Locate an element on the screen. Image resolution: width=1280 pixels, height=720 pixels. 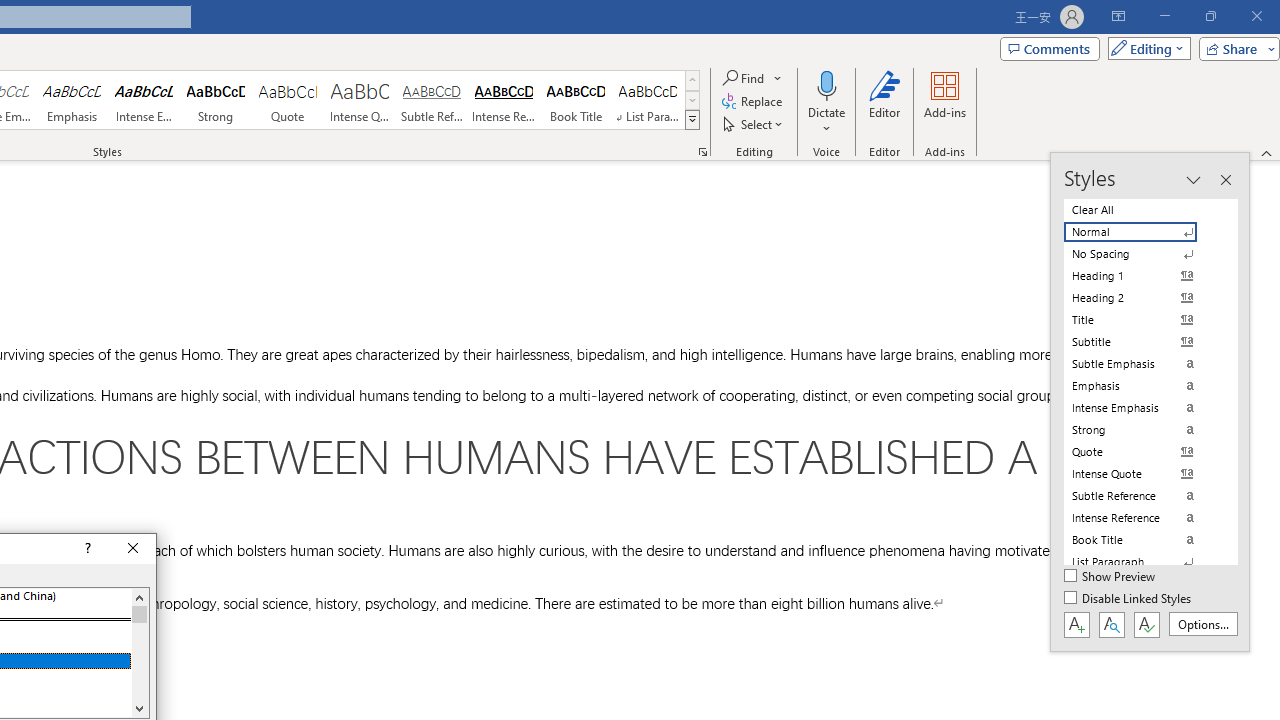
'Subtitle' is located at coordinates (1142, 341).